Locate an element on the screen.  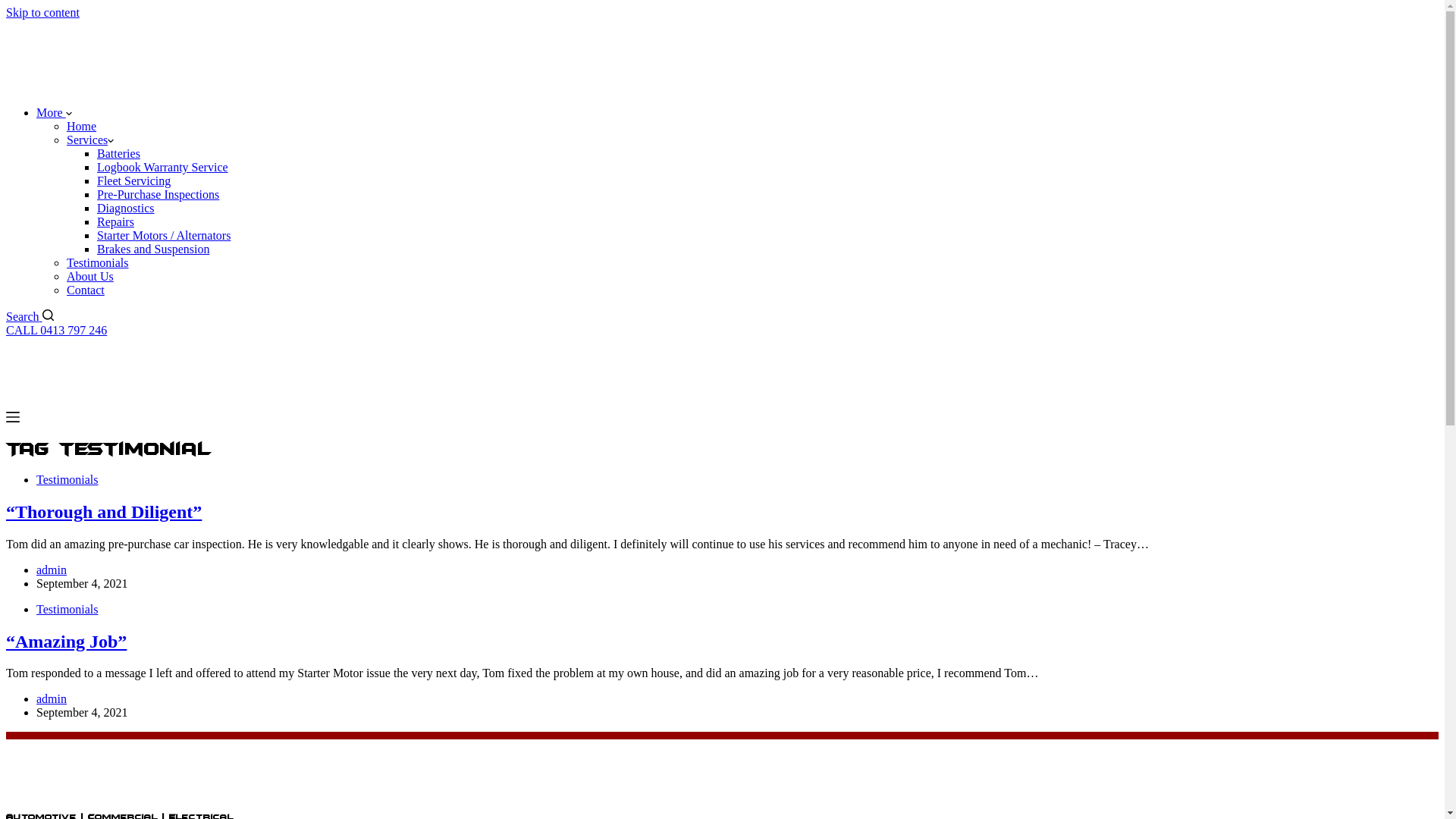
'More' is located at coordinates (36, 111).